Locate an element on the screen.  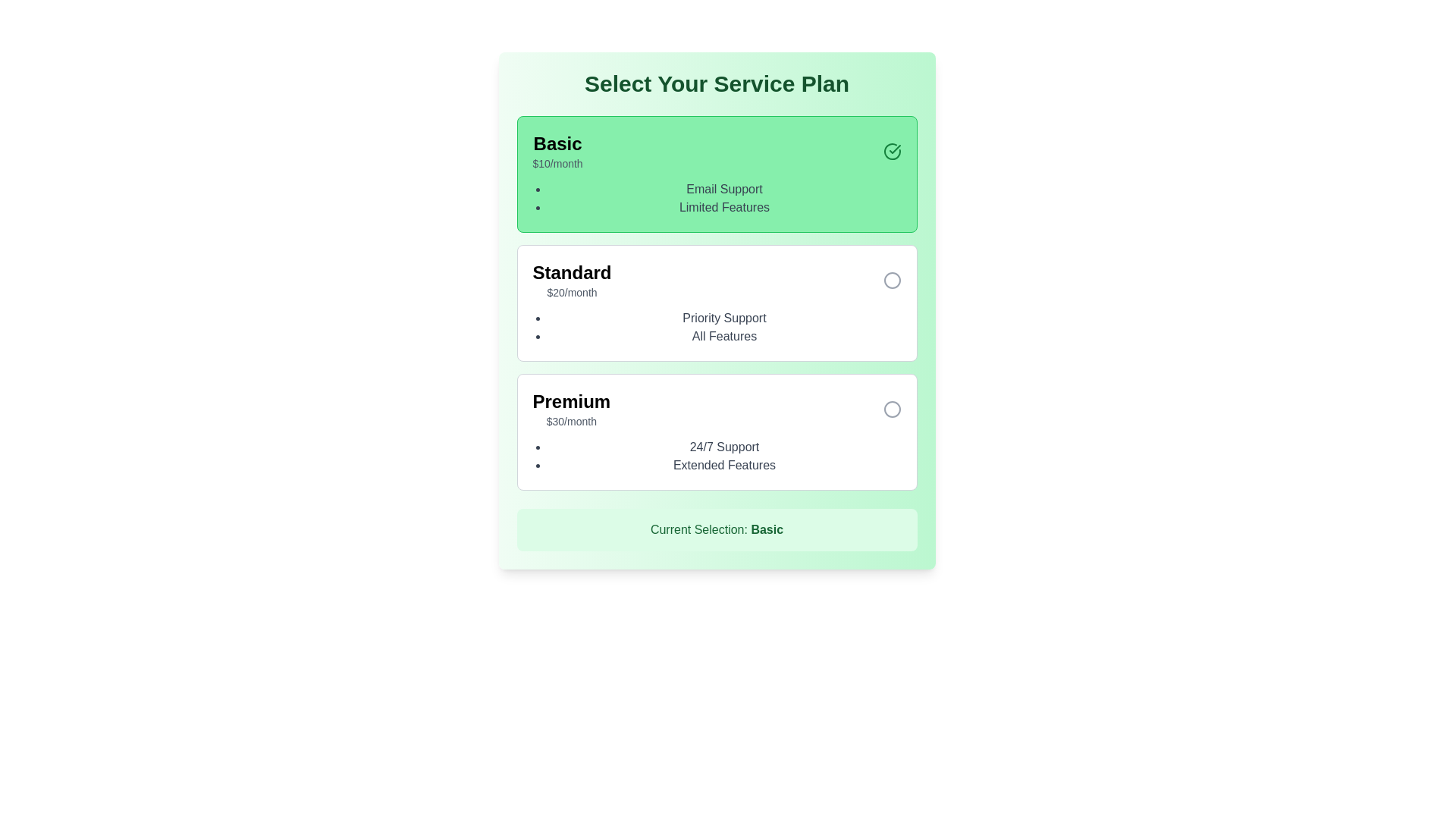
the Text Display element that shows the bold text 'Basic' with a larger font size in dark green on a light green background, indicating the current selection is located at coordinates (767, 529).